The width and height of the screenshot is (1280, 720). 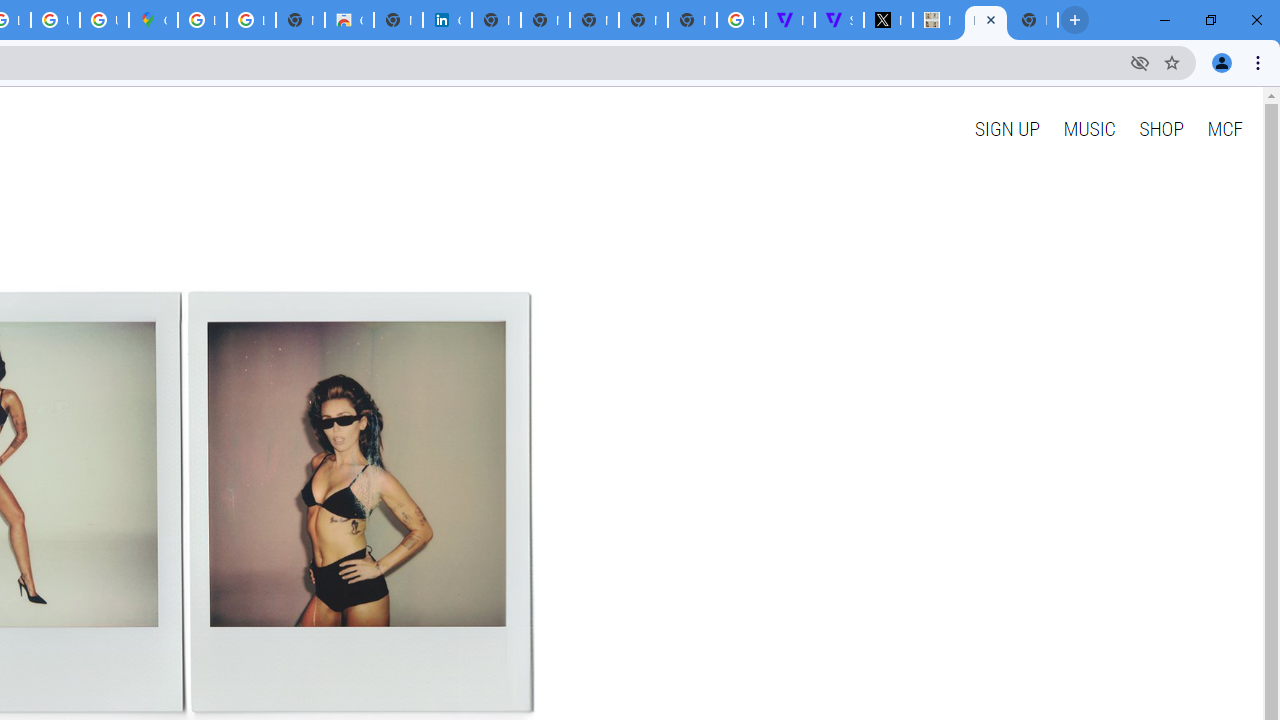 What do you see at coordinates (446, 20) in the screenshot?
I see `'Cookie Policy | LinkedIn'` at bounding box center [446, 20].